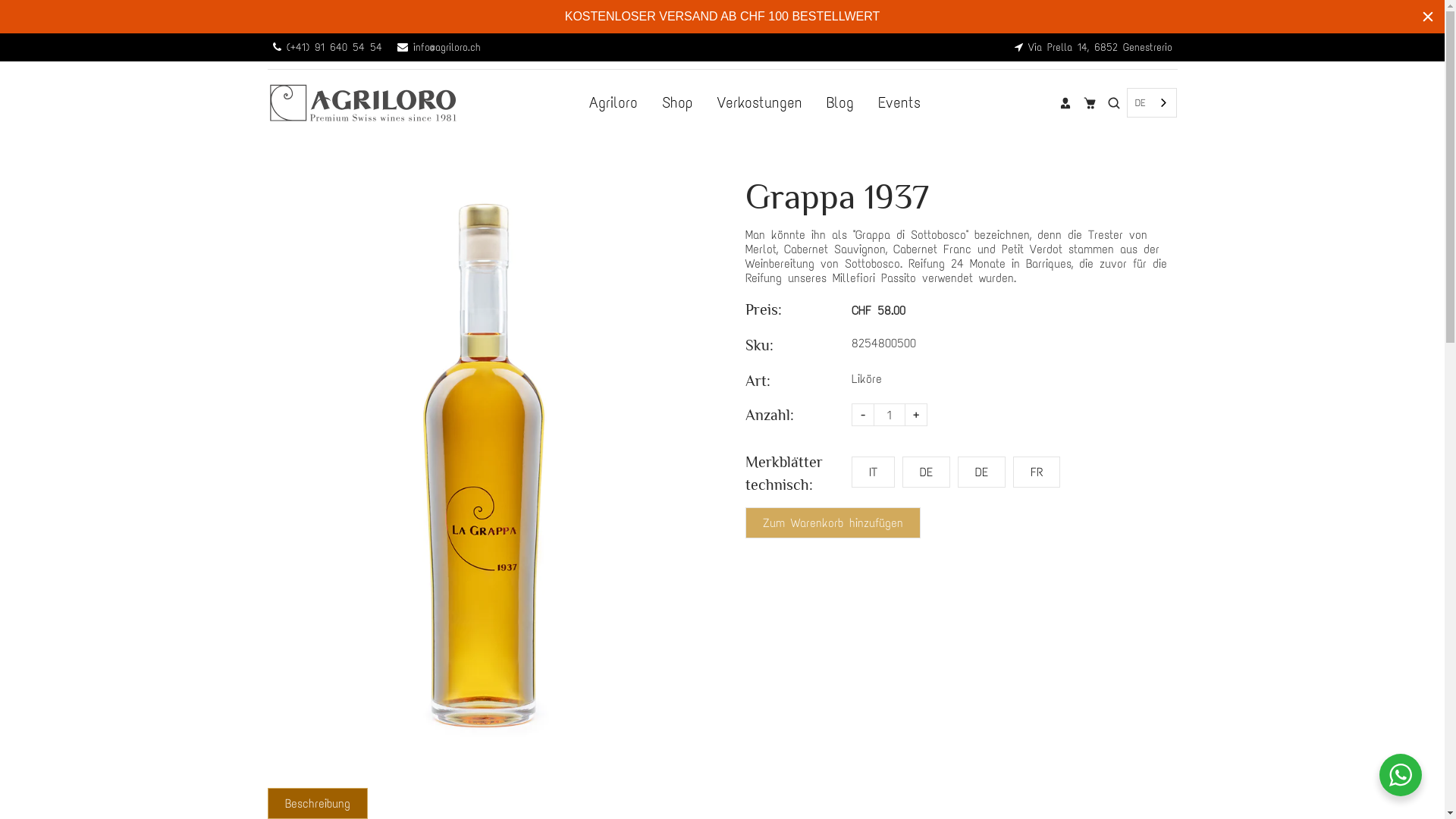 This screenshot has width=1456, height=819. What do you see at coordinates (760, 102) in the screenshot?
I see `'Verkostungen'` at bounding box center [760, 102].